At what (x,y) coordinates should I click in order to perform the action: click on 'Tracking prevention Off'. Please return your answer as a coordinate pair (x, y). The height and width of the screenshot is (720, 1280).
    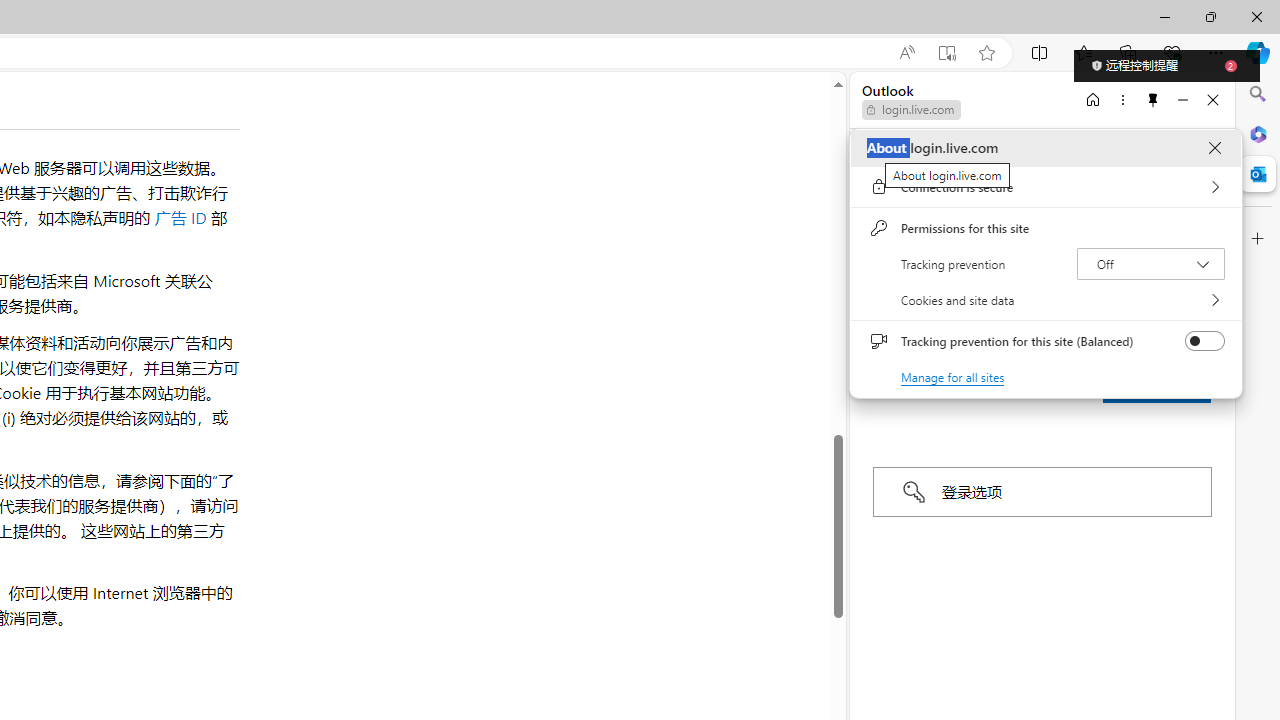
    Looking at the image, I should click on (1150, 262).